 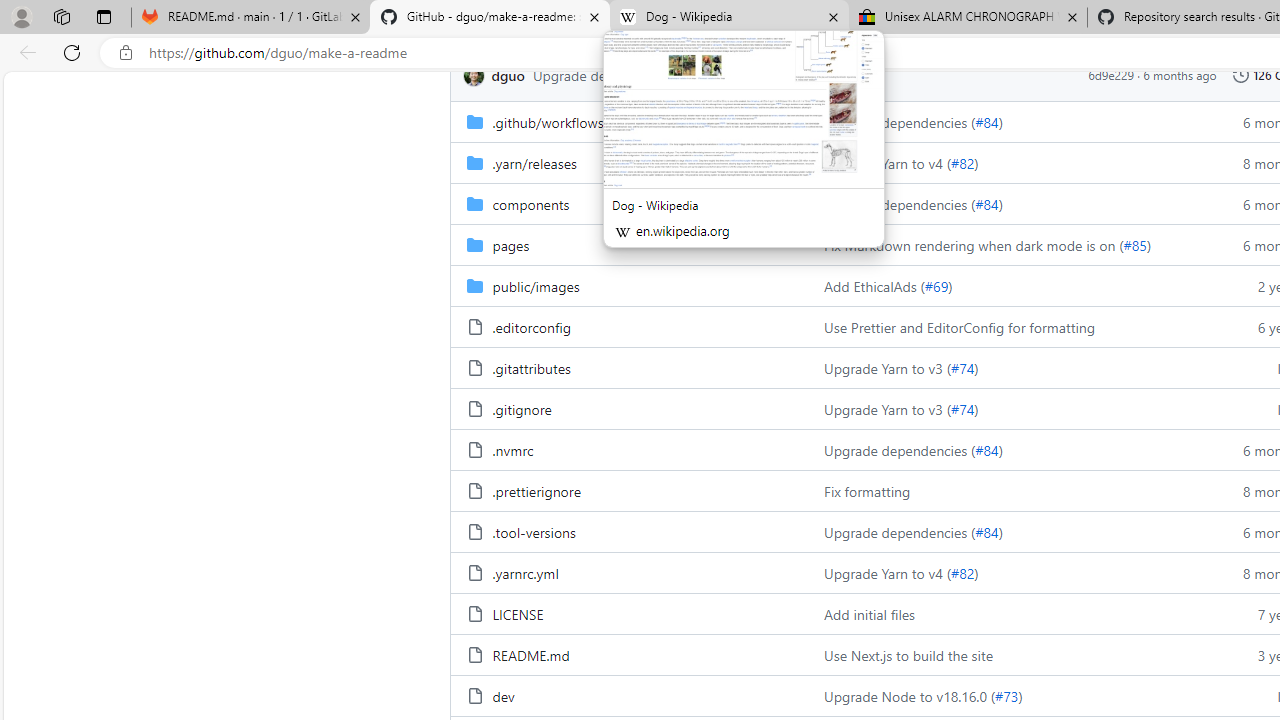 I want to click on 'Personal Profile', so click(x=21, y=16).